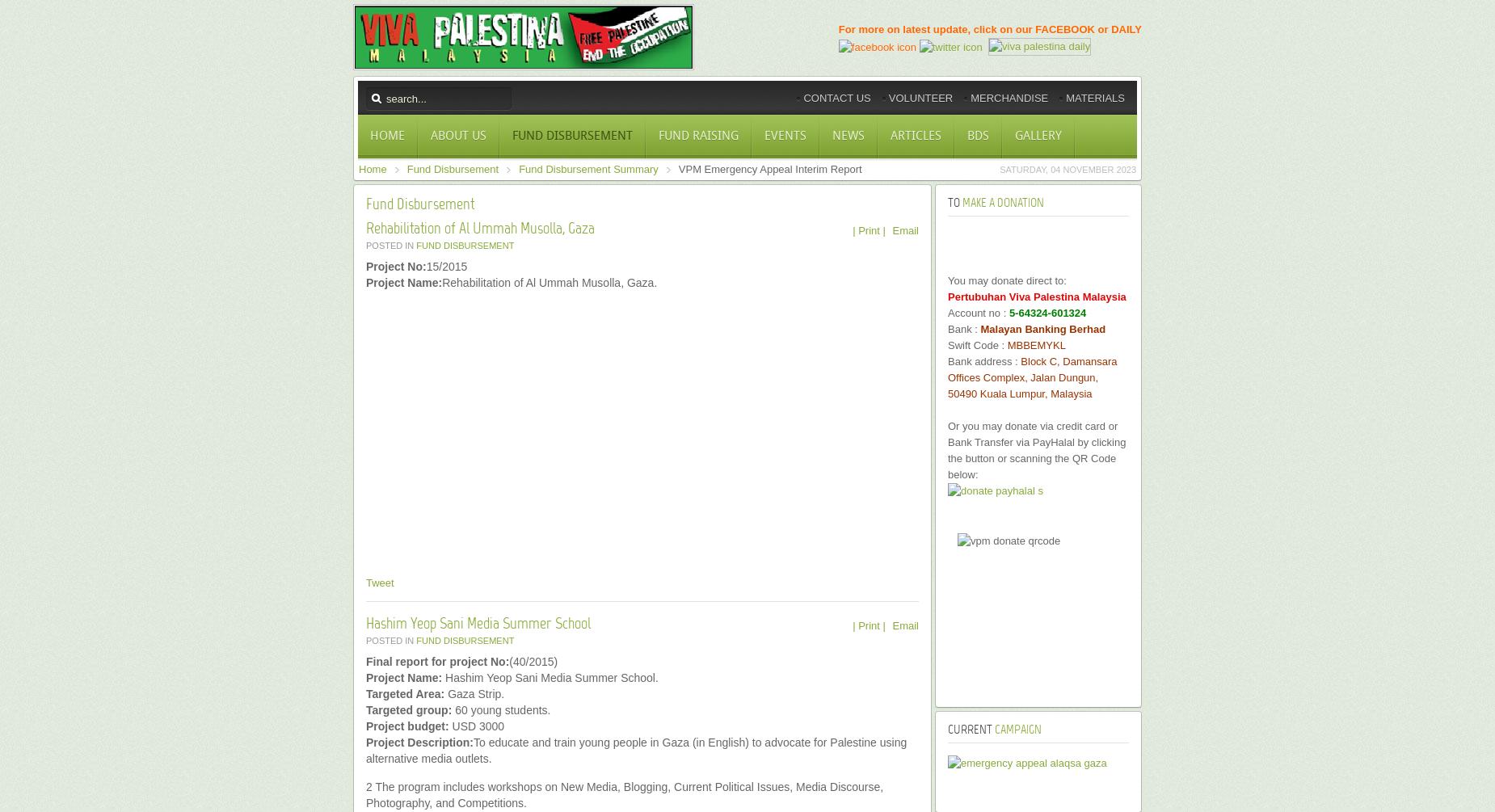 This screenshot has width=1495, height=812. I want to click on 'Hashim Yeop Sani Media Summer School', so click(478, 625).